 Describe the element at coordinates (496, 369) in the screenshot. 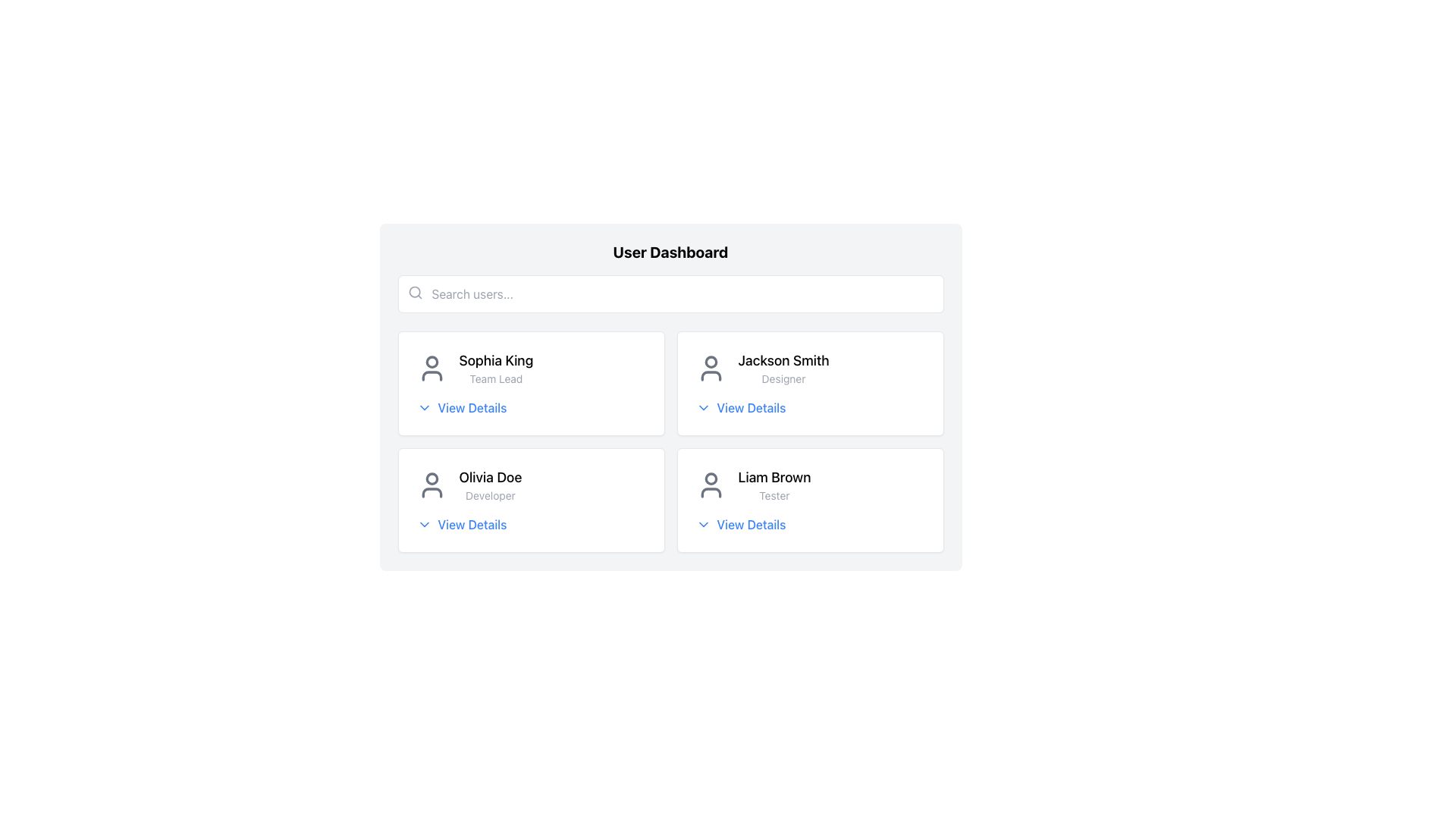

I see `the Text Display that shows the name and title of the user, located on the left side within the first card of the grid layout, under the user icon and above the 'View Details' link` at that location.